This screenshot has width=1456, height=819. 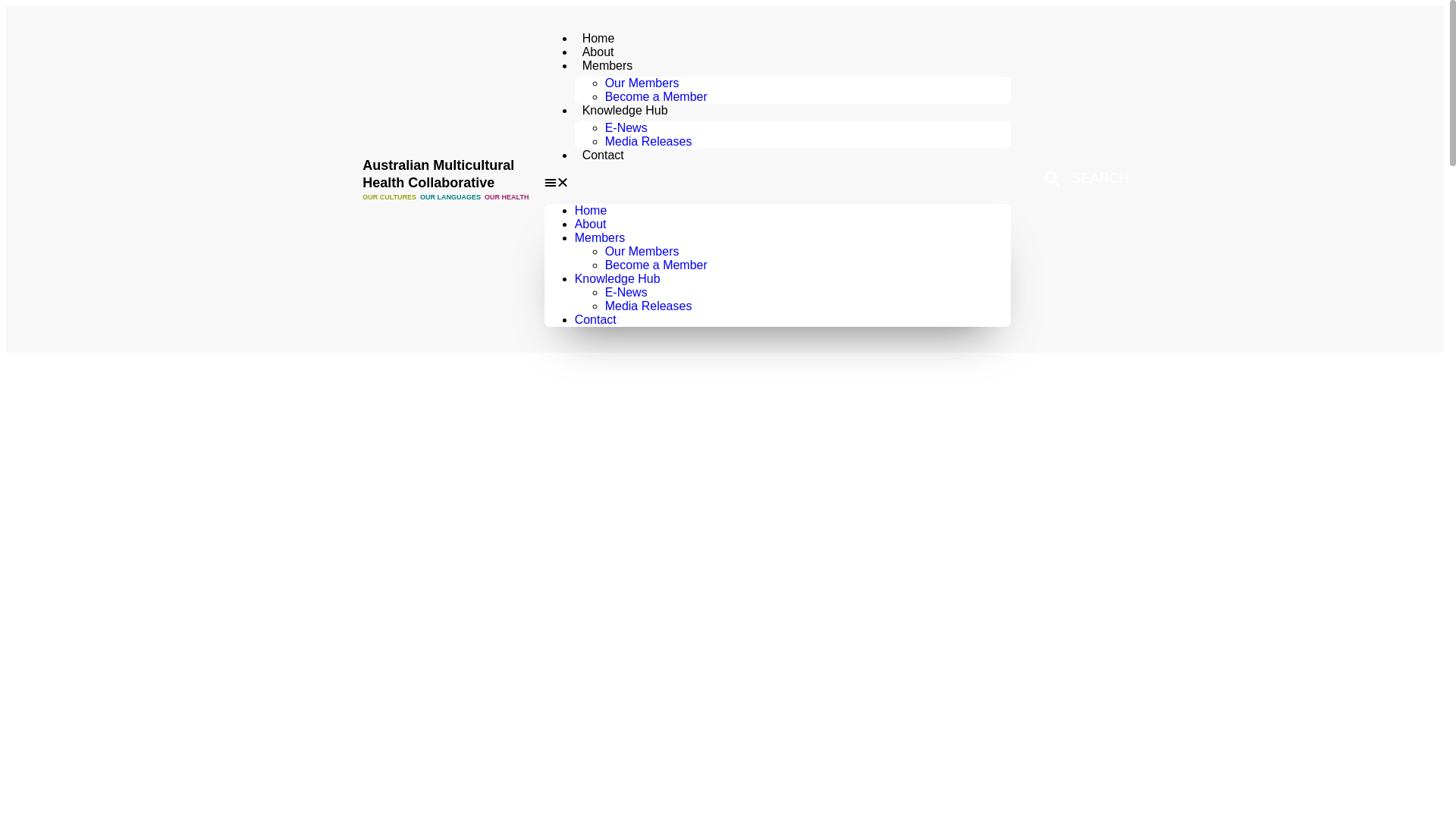 I want to click on 'Australian Multicultural Health Collaborative', so click(x=437, y=173).